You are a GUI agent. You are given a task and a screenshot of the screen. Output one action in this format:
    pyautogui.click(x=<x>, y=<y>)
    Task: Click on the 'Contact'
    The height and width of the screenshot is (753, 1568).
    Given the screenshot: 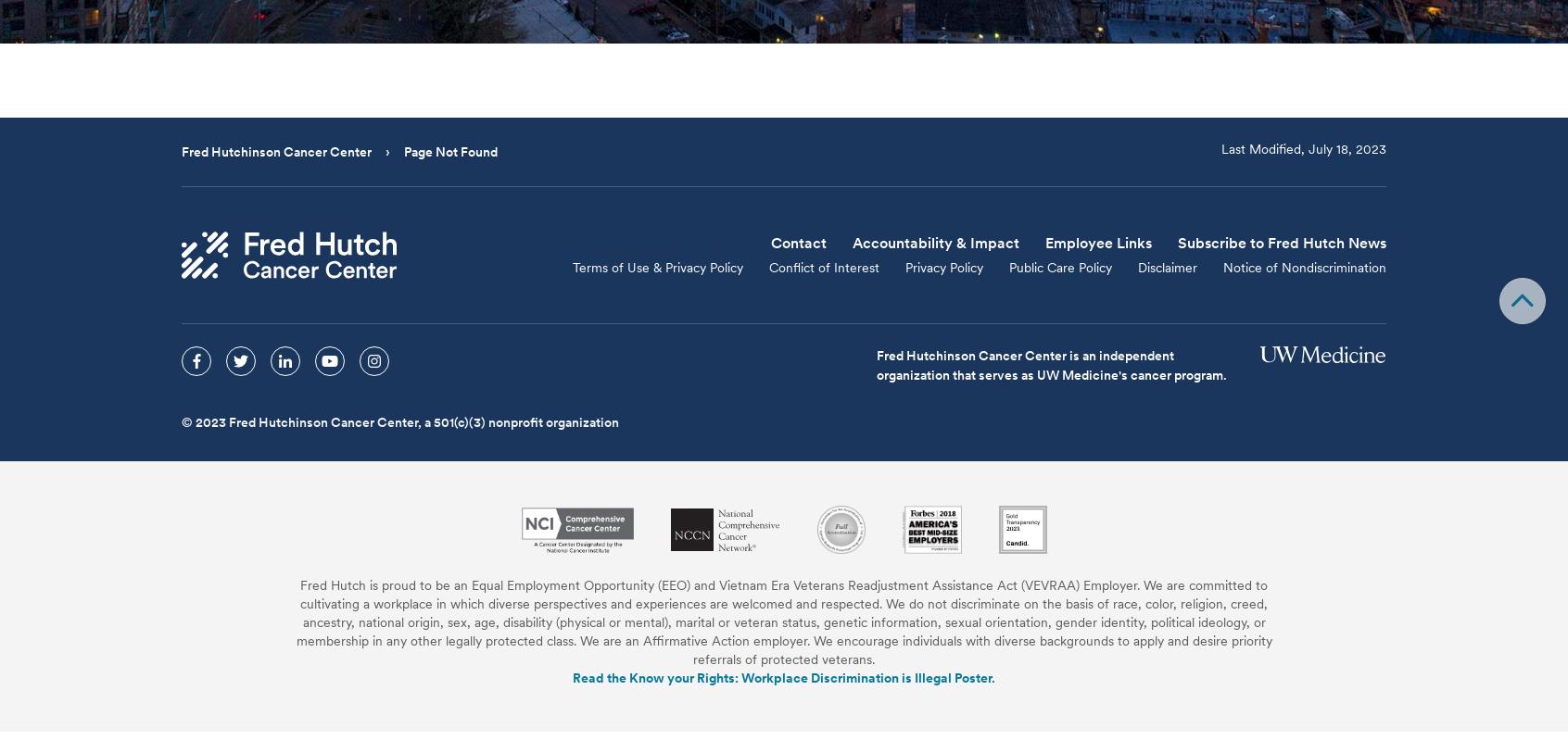 What is the action you would take?
    pyautogui.click(x=770, y=242)
    